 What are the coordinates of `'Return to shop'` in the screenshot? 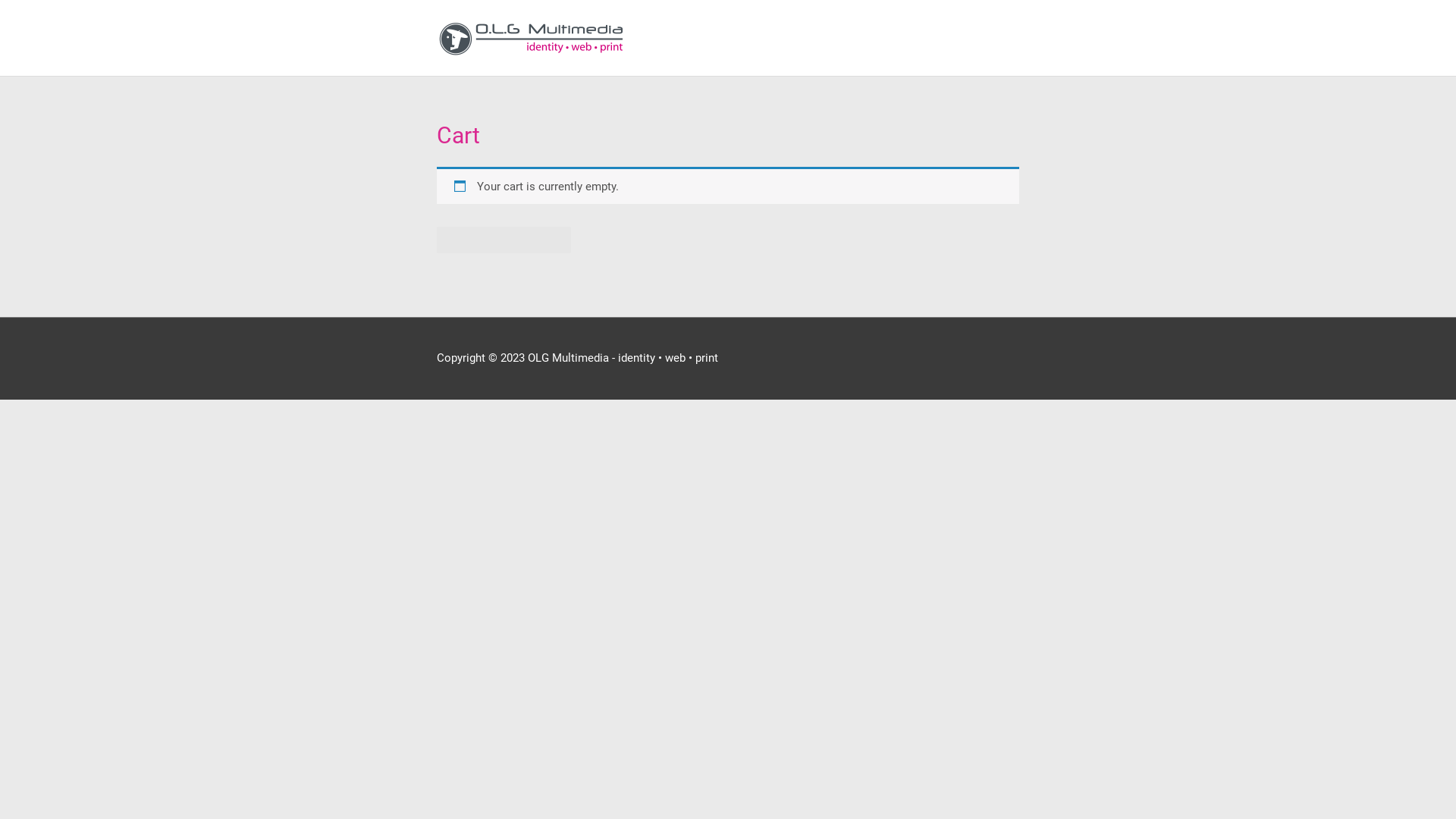 It's located at (436, 239).